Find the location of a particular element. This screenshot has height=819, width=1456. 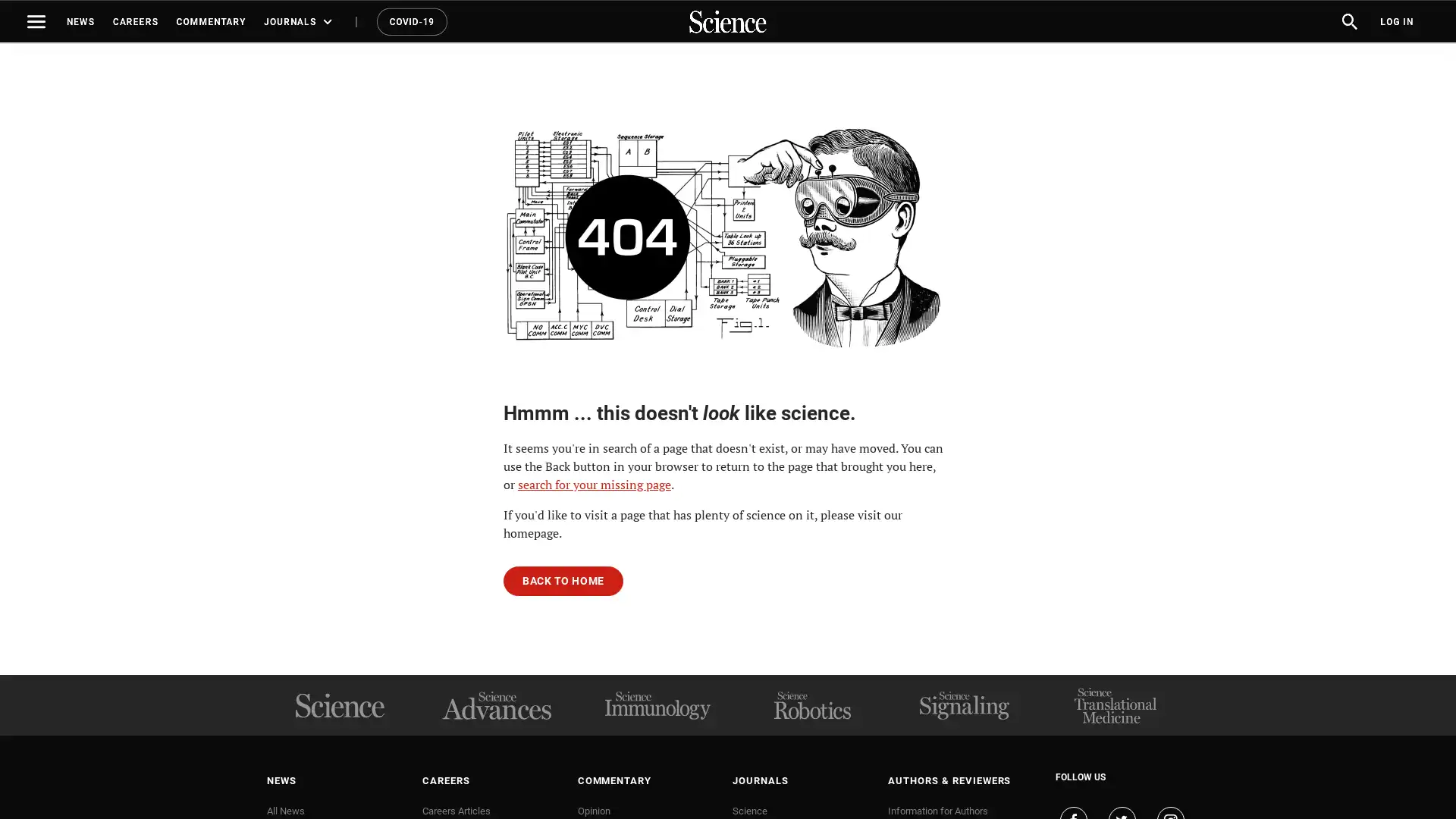

Toggle navigation is located at coordinates (36, 22).